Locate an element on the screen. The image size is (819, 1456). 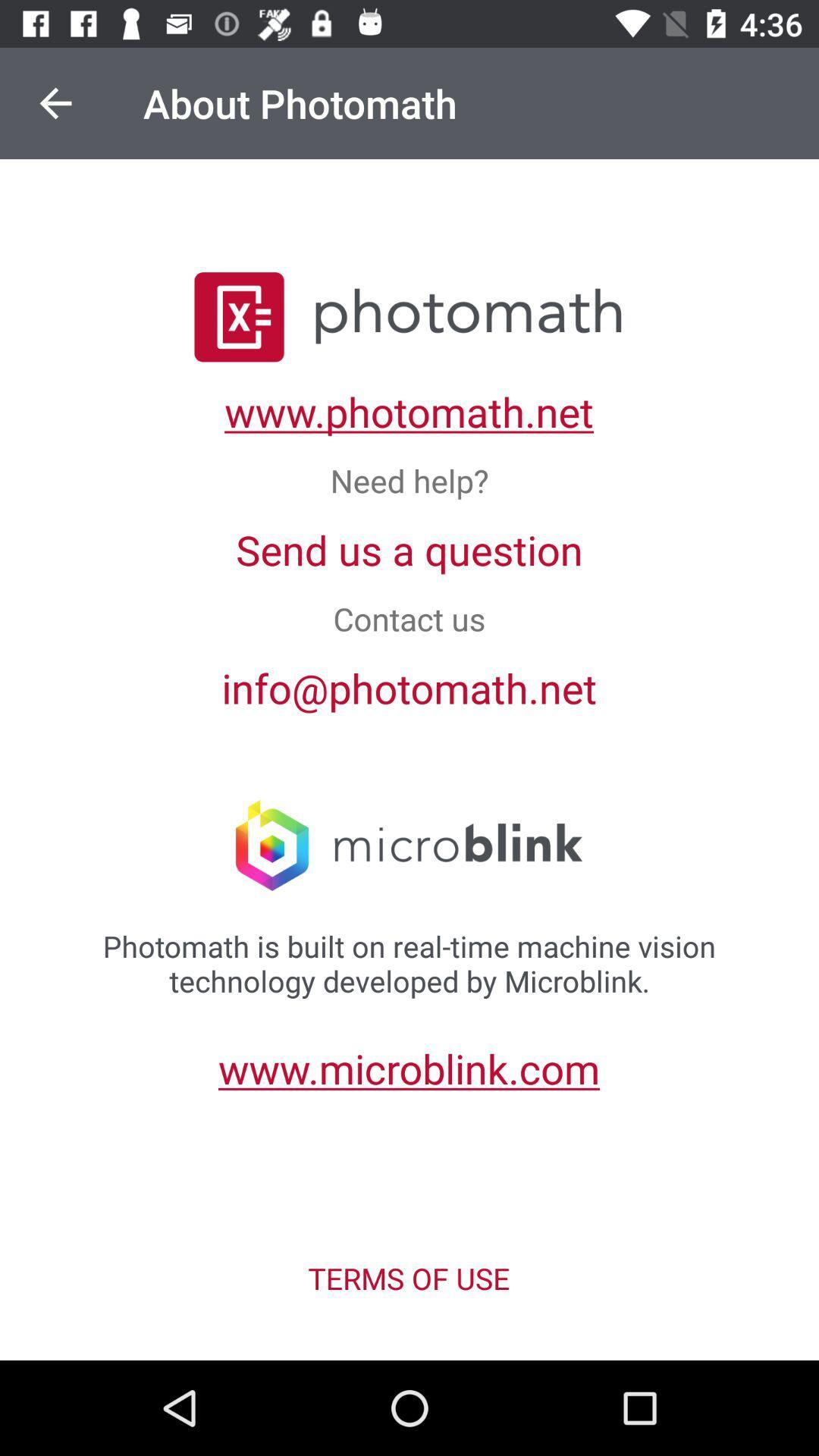
the item below the need help? icon is located at coordinates (409, 548).